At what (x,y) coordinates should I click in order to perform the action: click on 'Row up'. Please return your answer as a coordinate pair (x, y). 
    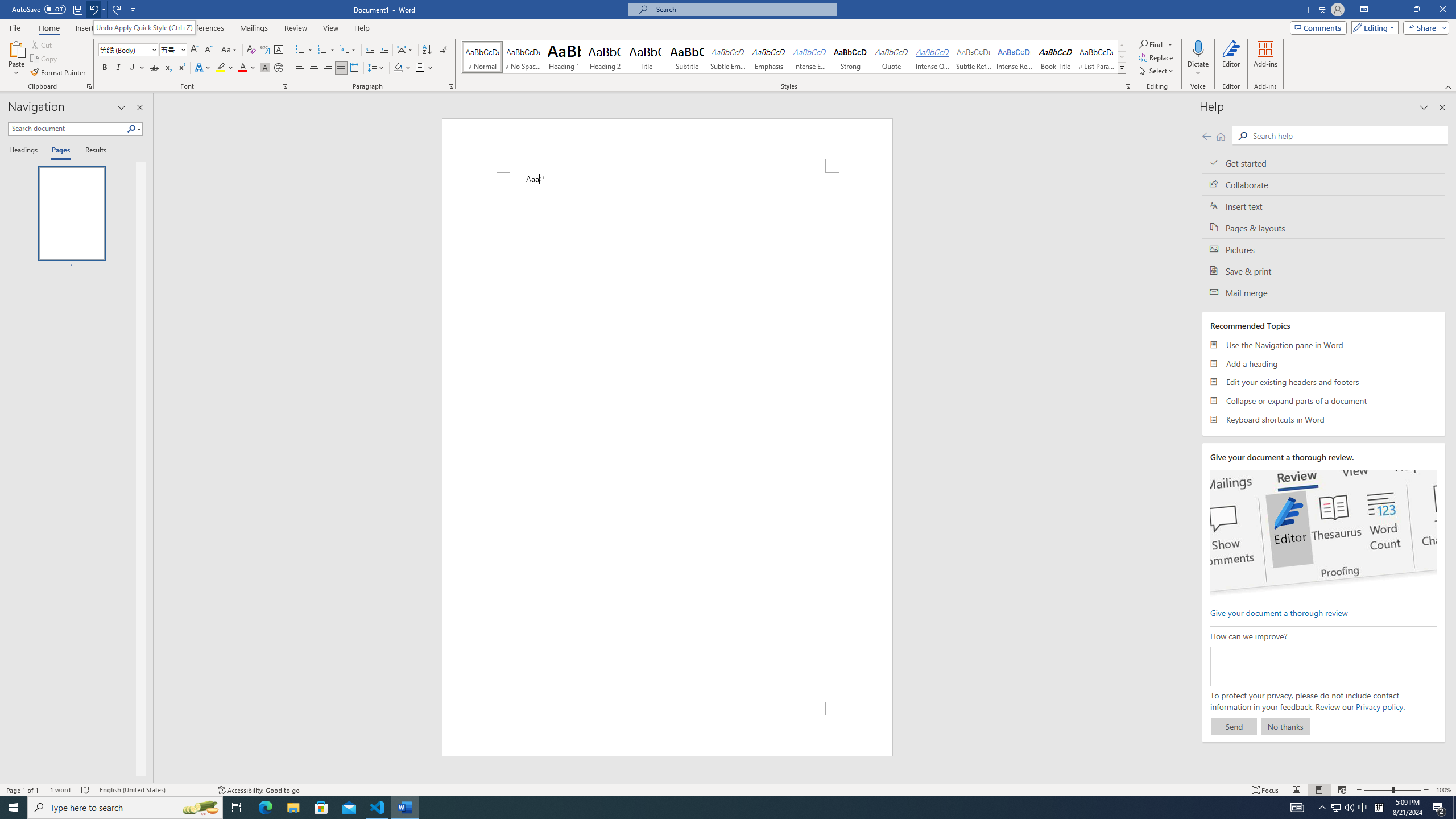
    Looking at the image, I should click on (1122, 45).